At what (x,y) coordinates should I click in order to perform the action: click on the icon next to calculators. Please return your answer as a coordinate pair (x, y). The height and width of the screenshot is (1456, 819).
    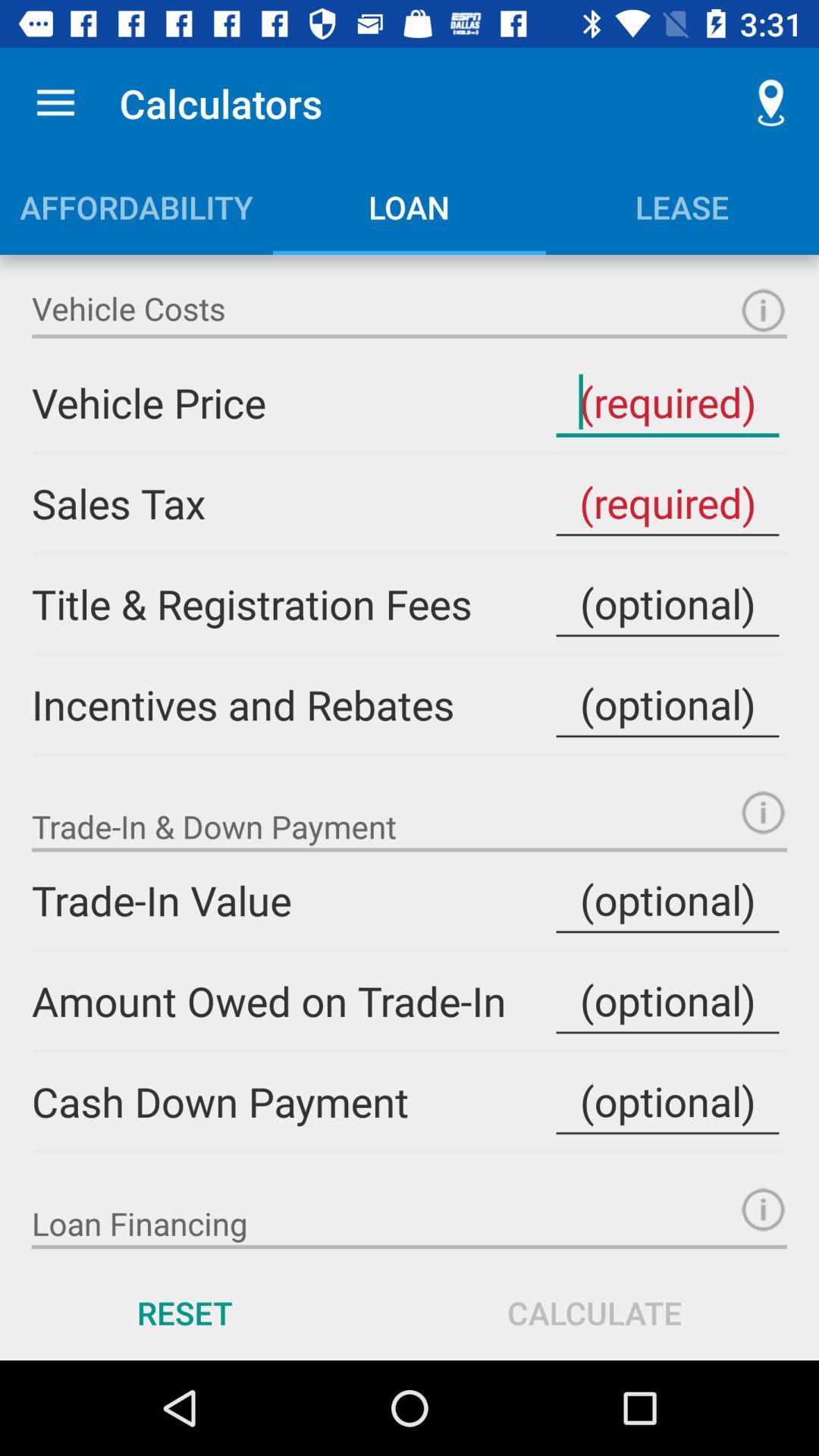
    Looking at the image, I should click on (771, 102).